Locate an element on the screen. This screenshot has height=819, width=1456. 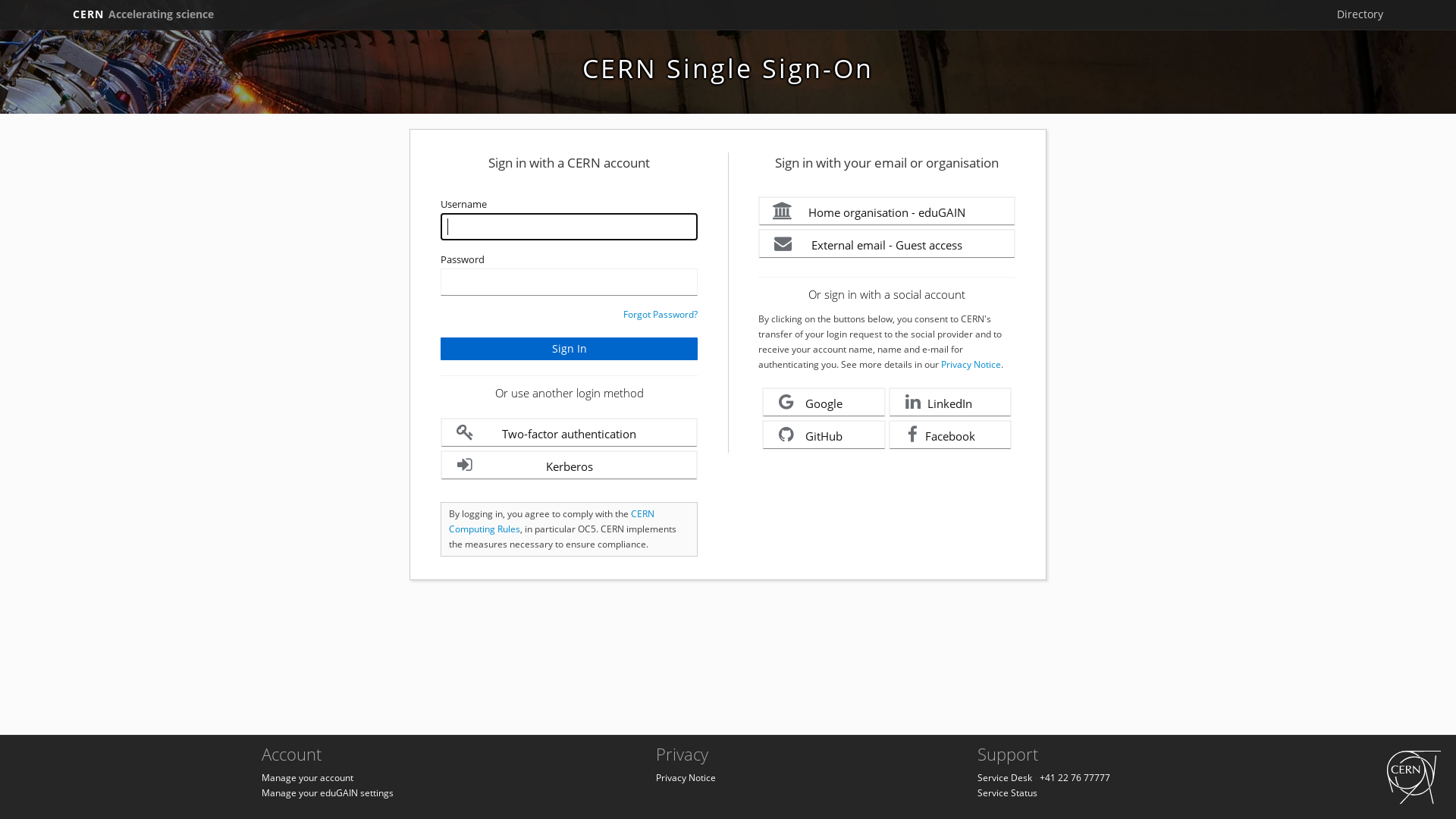
'CERN Accelerating science' is located at coordinates (143, 14).